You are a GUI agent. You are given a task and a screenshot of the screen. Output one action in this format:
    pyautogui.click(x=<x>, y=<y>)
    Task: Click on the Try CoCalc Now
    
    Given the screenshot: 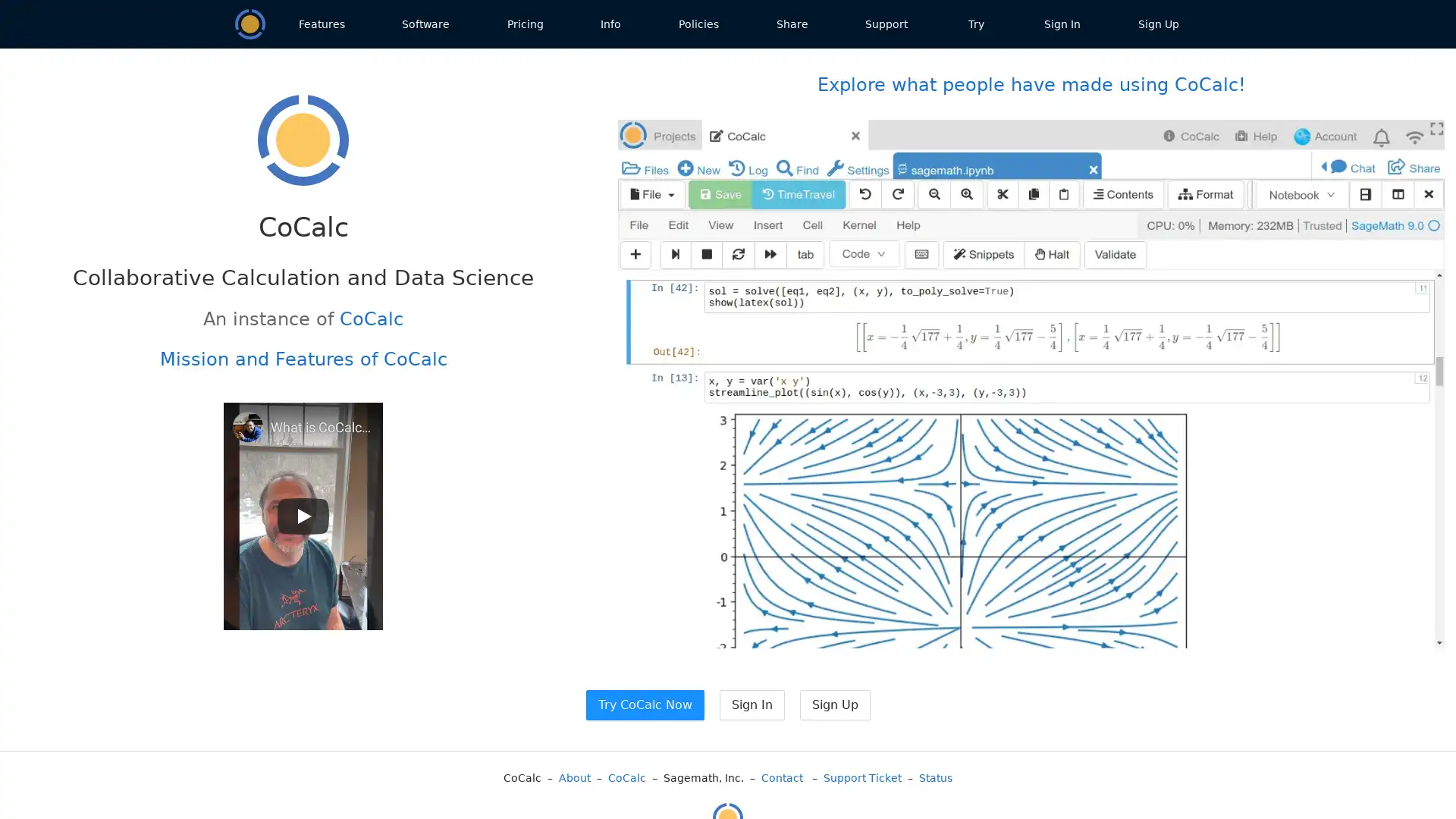 What is the action you would take?
    pyautogui.click(x=644, y=704)
    